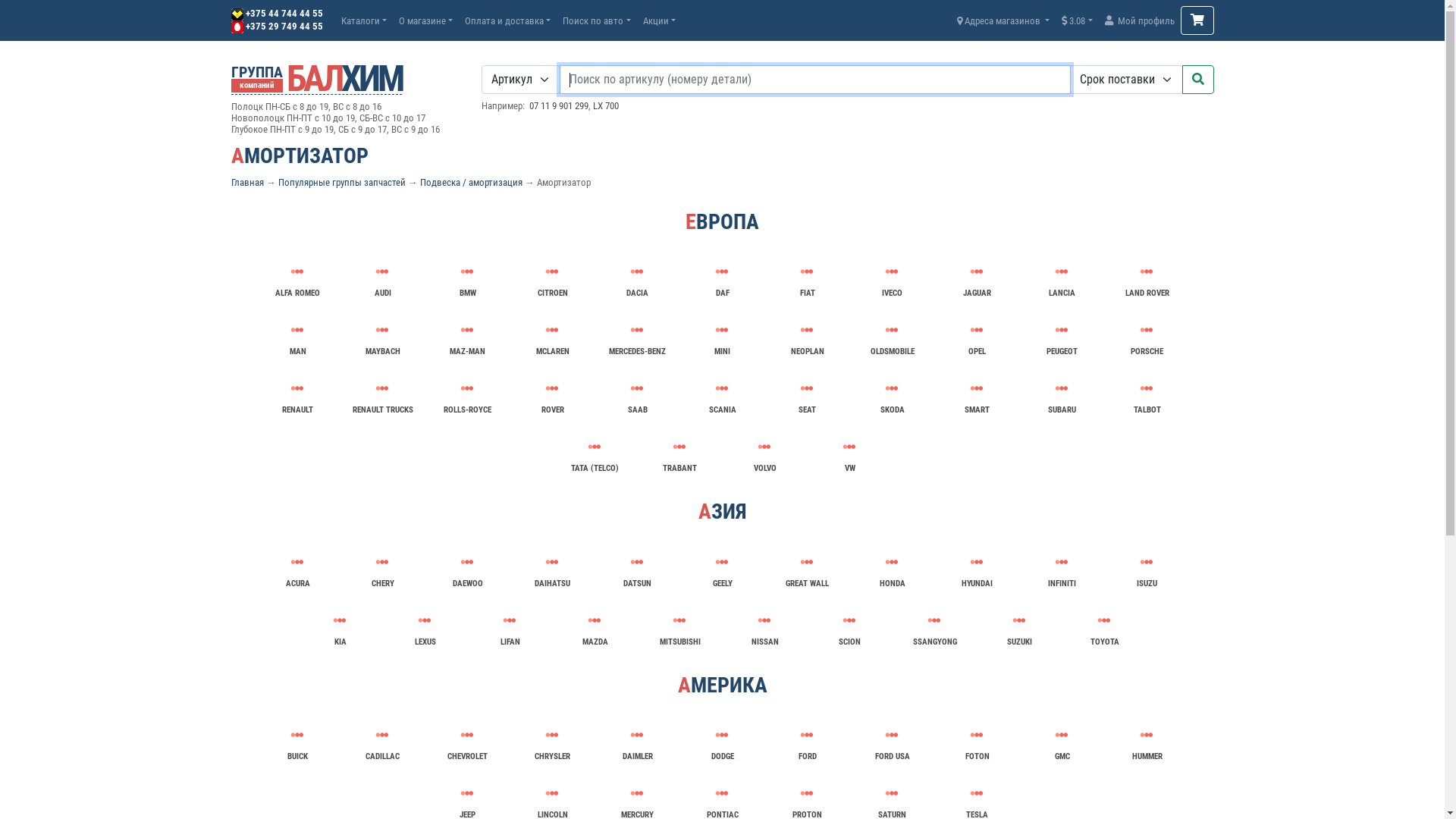 This screenshot has height=819, width=1456. Describe the element at coordinates (282, 733) in the screenshot. I see `'BUICK'` at that location.